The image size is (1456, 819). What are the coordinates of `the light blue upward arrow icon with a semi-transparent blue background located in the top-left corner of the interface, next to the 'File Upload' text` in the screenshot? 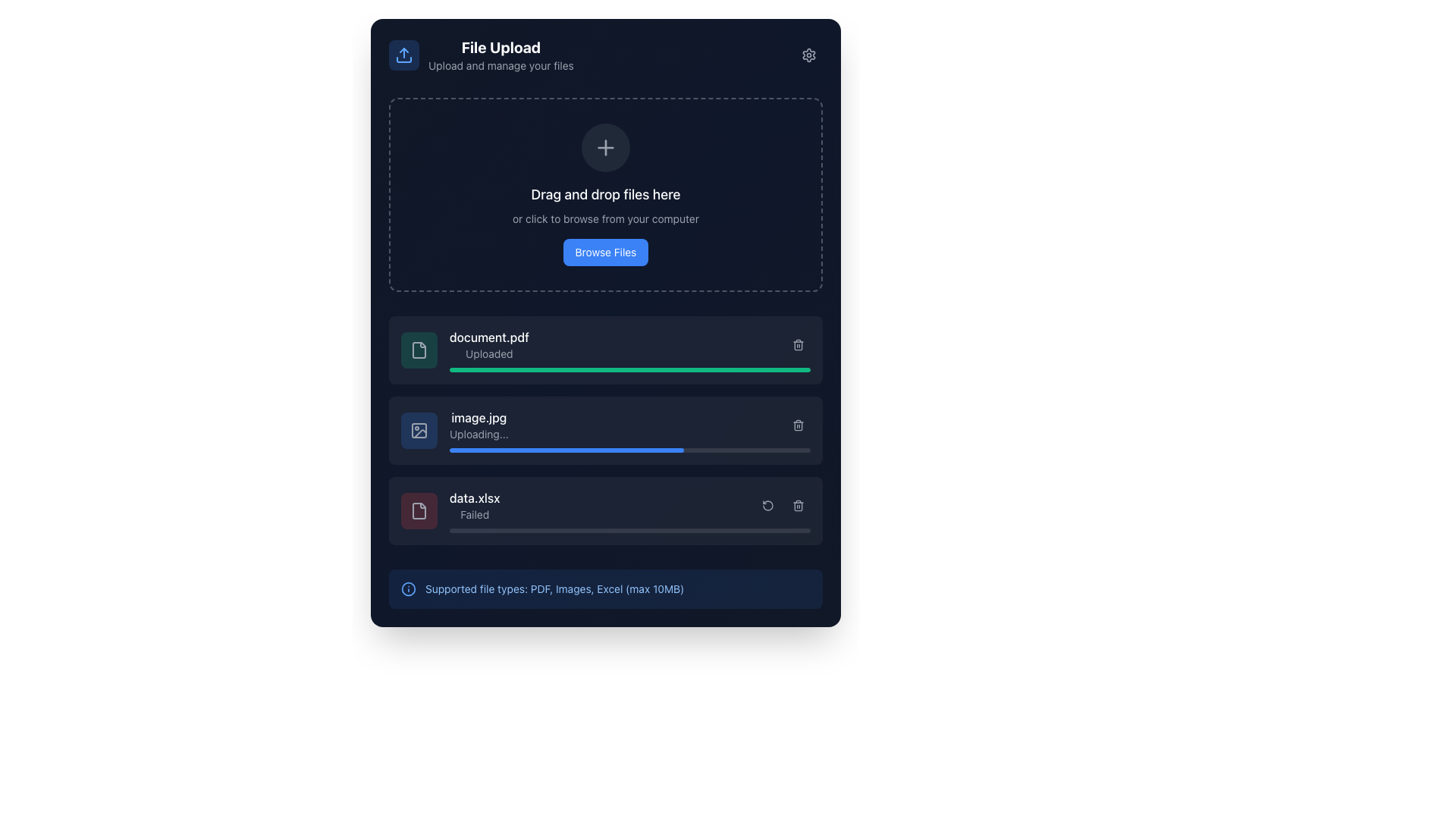 It's located at (403, 55).